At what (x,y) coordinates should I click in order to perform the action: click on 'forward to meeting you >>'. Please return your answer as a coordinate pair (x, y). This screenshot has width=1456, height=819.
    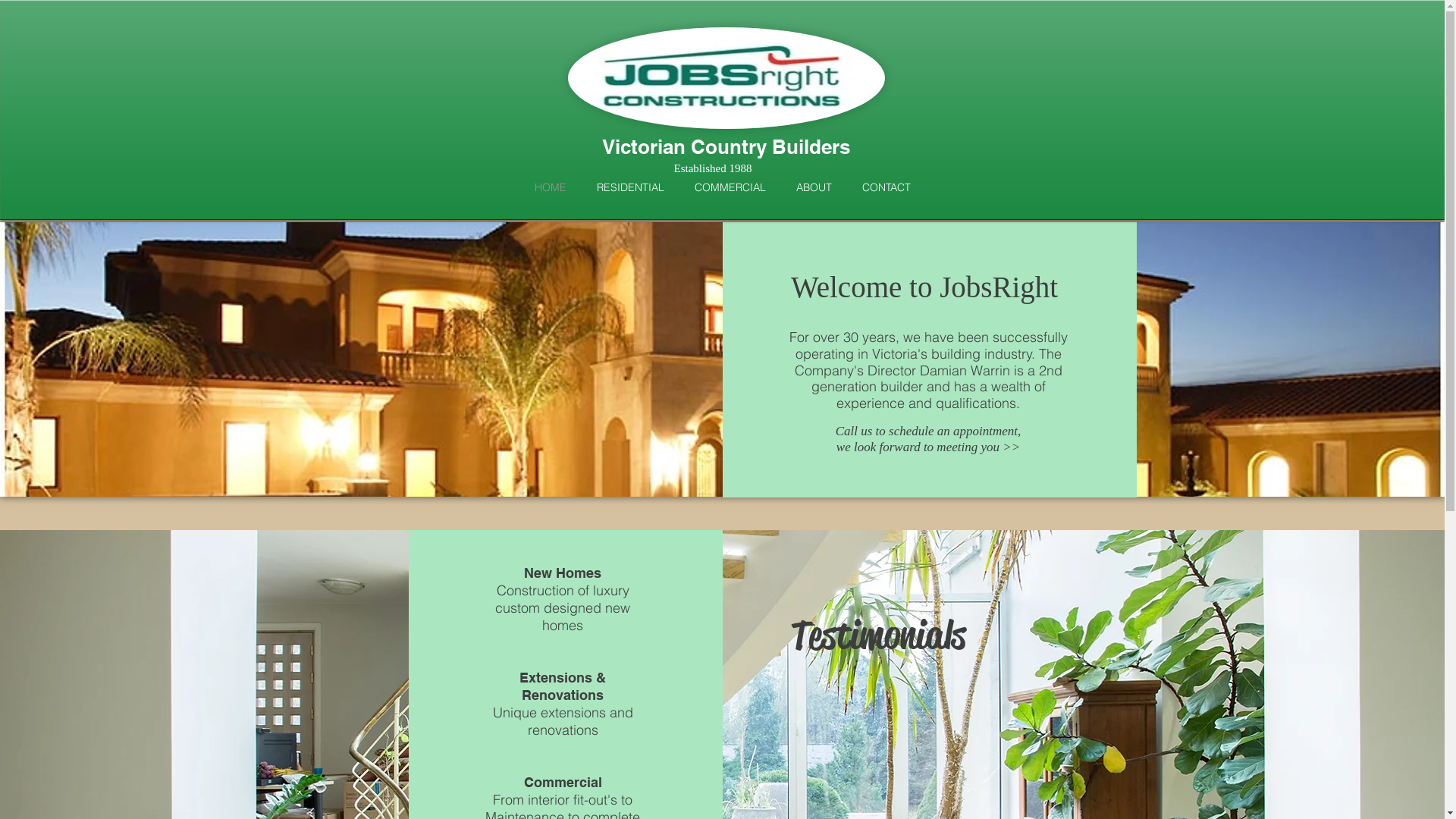
    Looking at the image, I should click on (949, 446).